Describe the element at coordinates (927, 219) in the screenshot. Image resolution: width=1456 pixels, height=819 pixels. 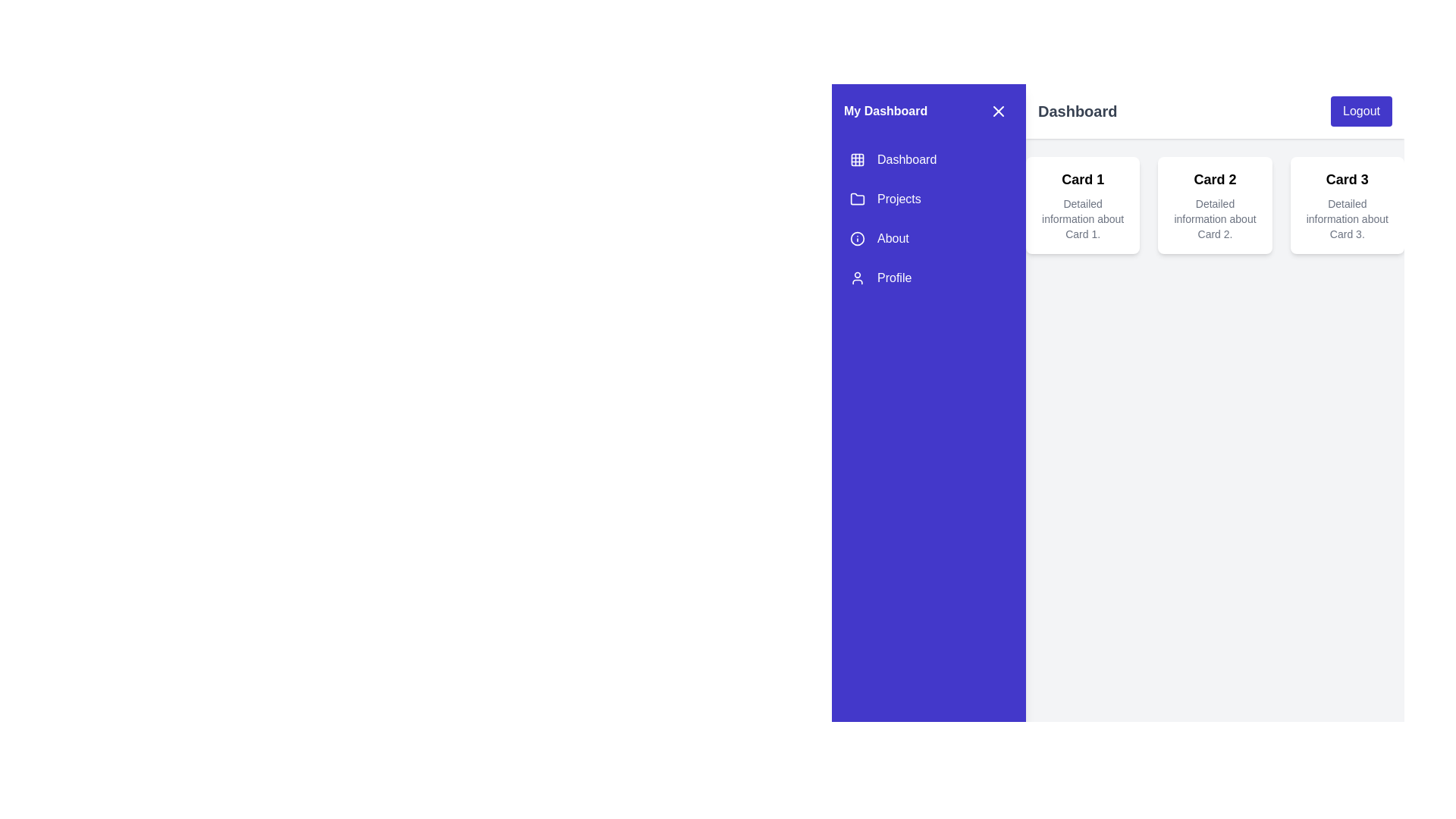
I see `the specific menu item in the Navigation menu located on the left sidebar` at that location.